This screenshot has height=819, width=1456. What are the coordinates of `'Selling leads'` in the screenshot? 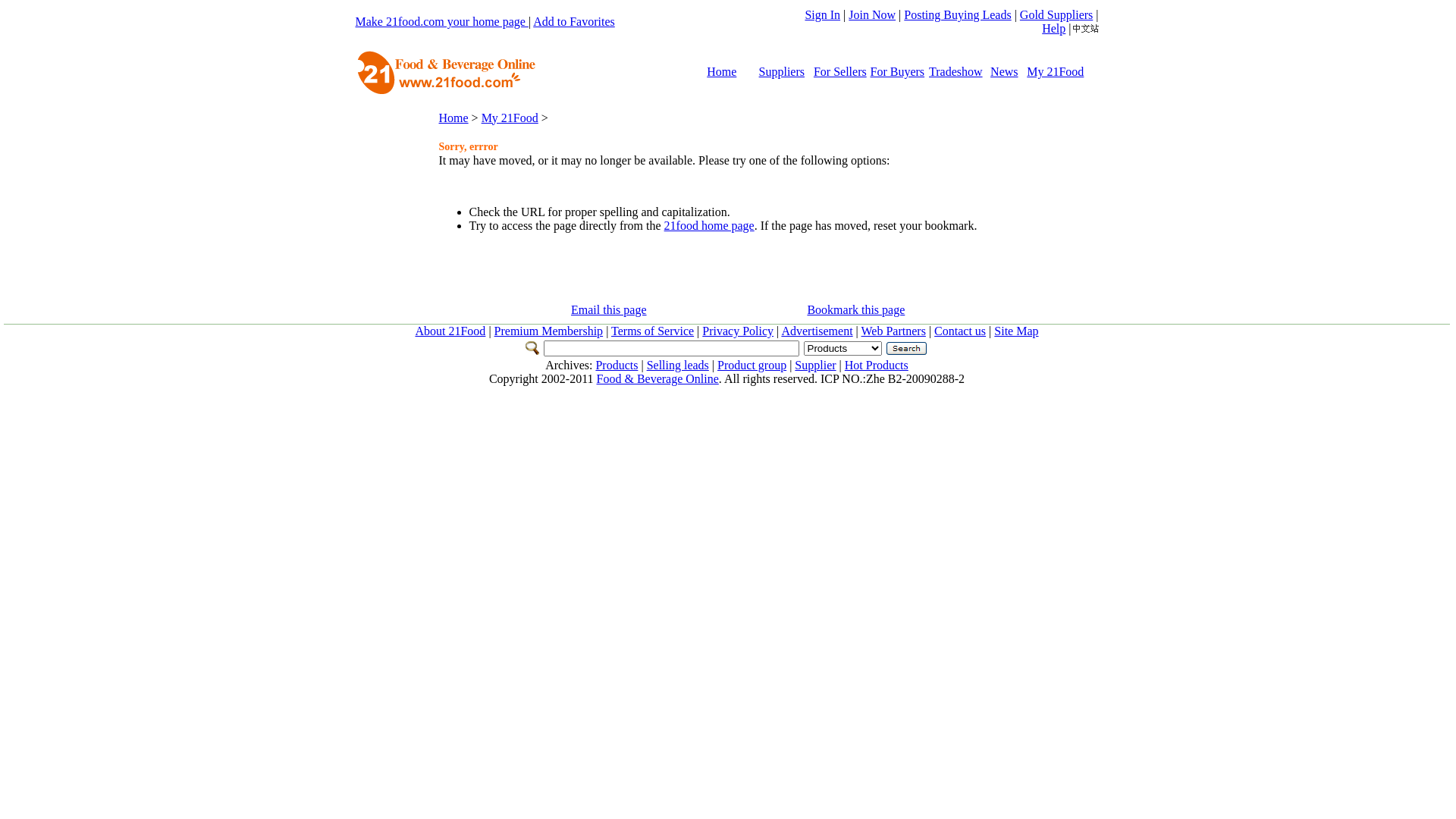 It's located at (647, 365).